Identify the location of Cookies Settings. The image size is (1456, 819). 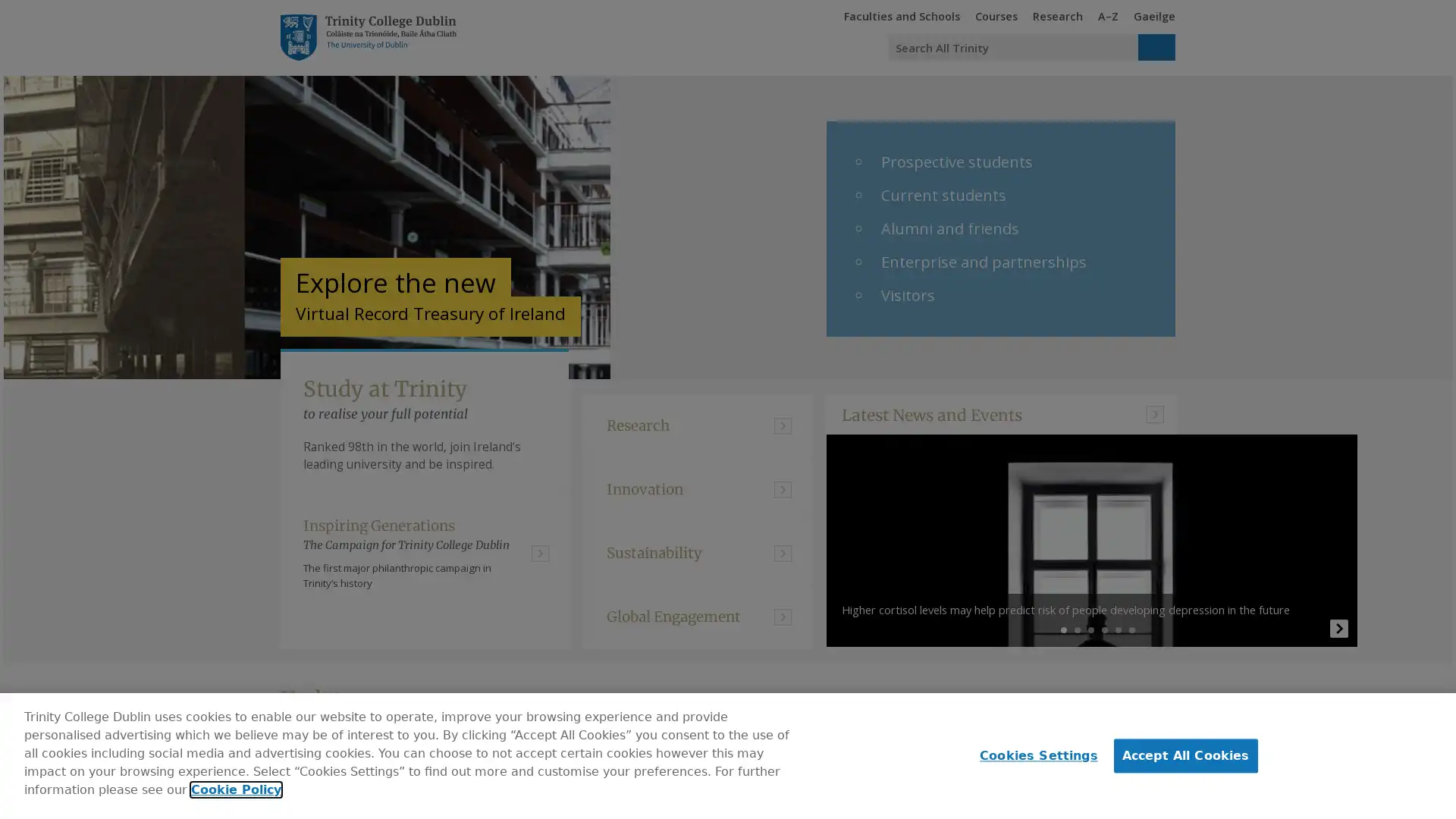
(1034, 755).